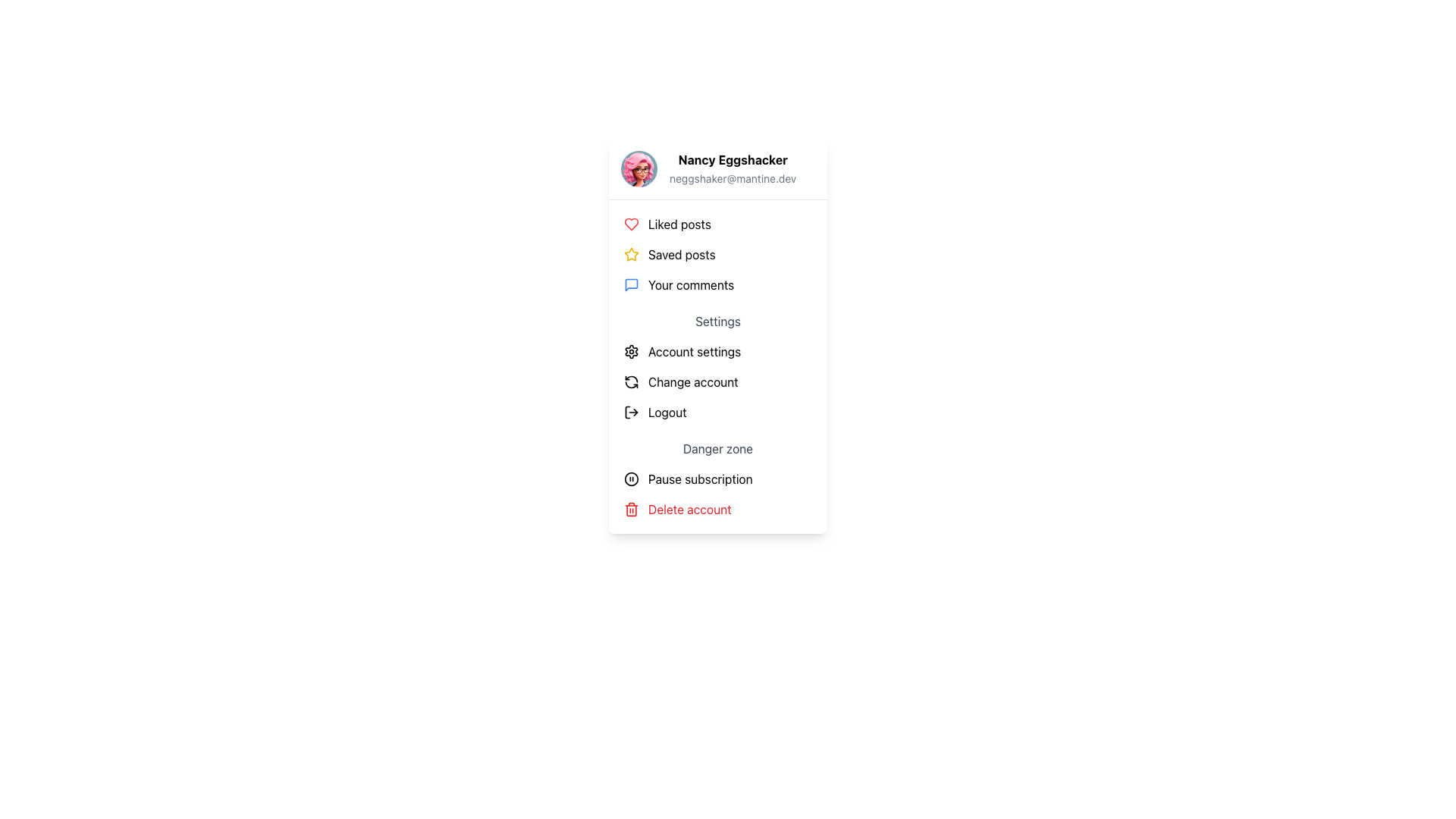  What do you see at coordinates (717, 381) in the screenshot?
I see `the Button-like menu item that allows users to change their account located in the settings menu, specifically the second item under the heading 'Settings'` at bounding box center [717, 381].